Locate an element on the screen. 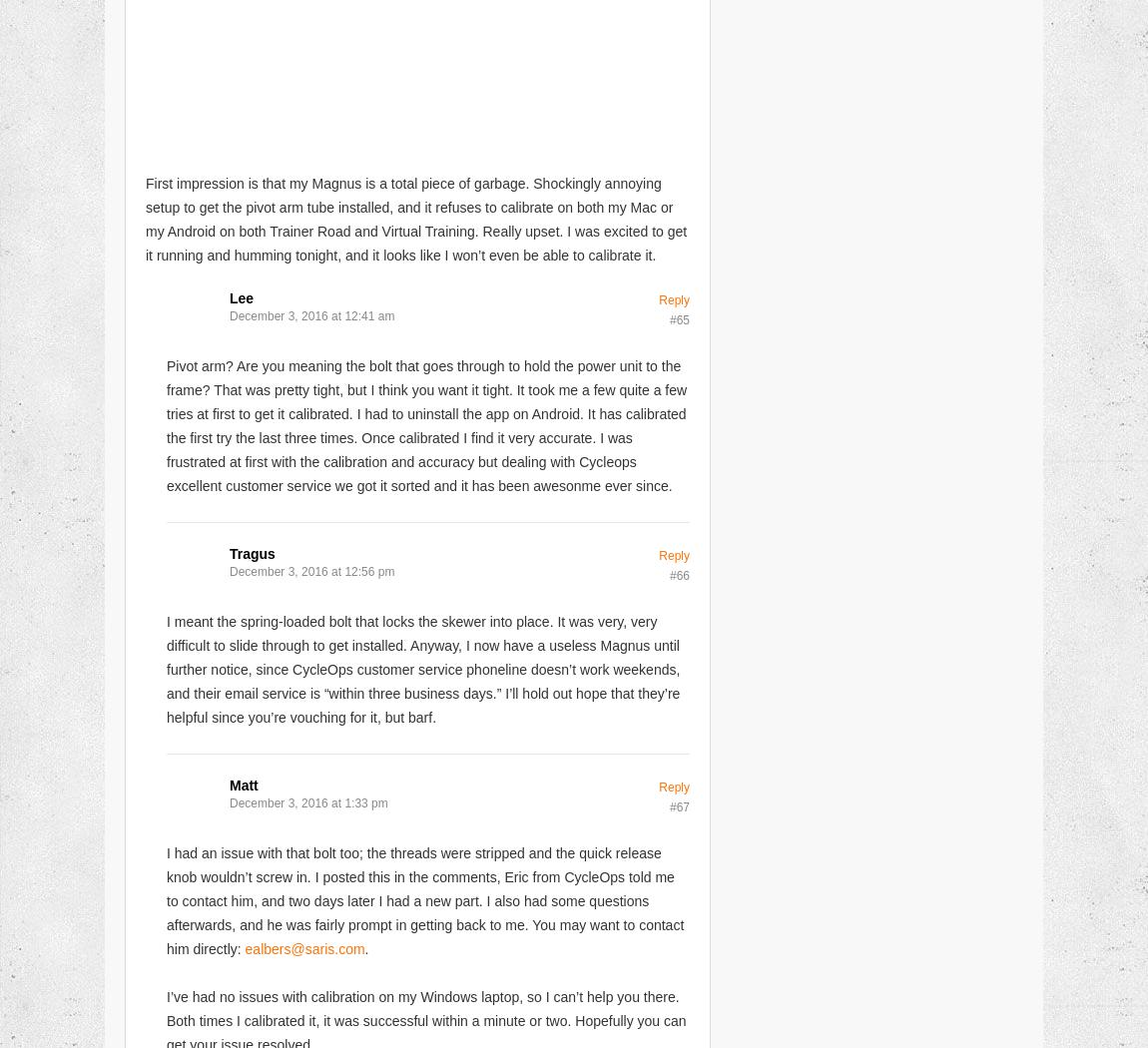 The height and width of the screenshot is (1048, 1148). '#65' is located at coordinates (678, 319).